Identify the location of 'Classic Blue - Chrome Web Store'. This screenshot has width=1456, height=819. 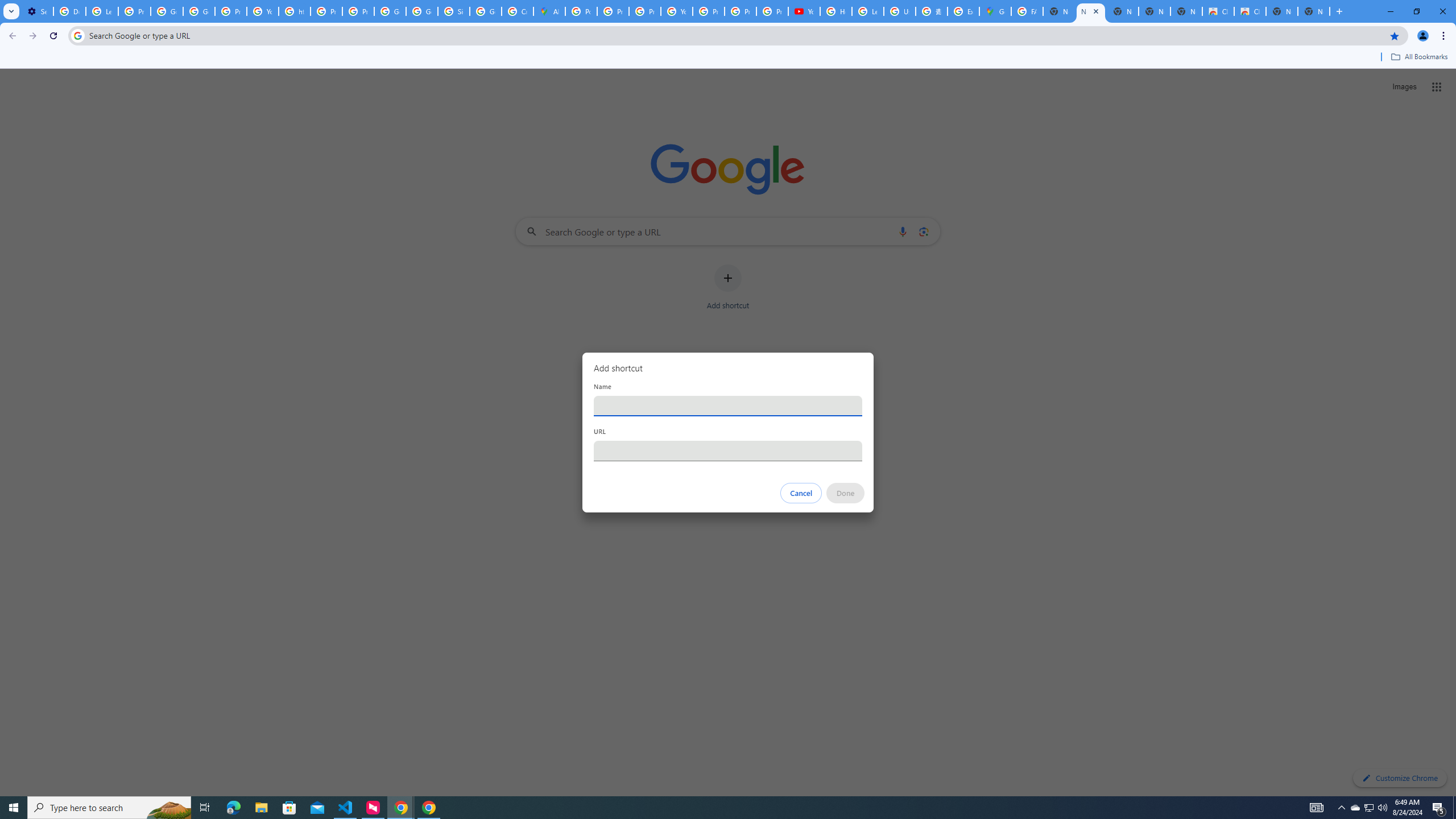
(1217, 11).